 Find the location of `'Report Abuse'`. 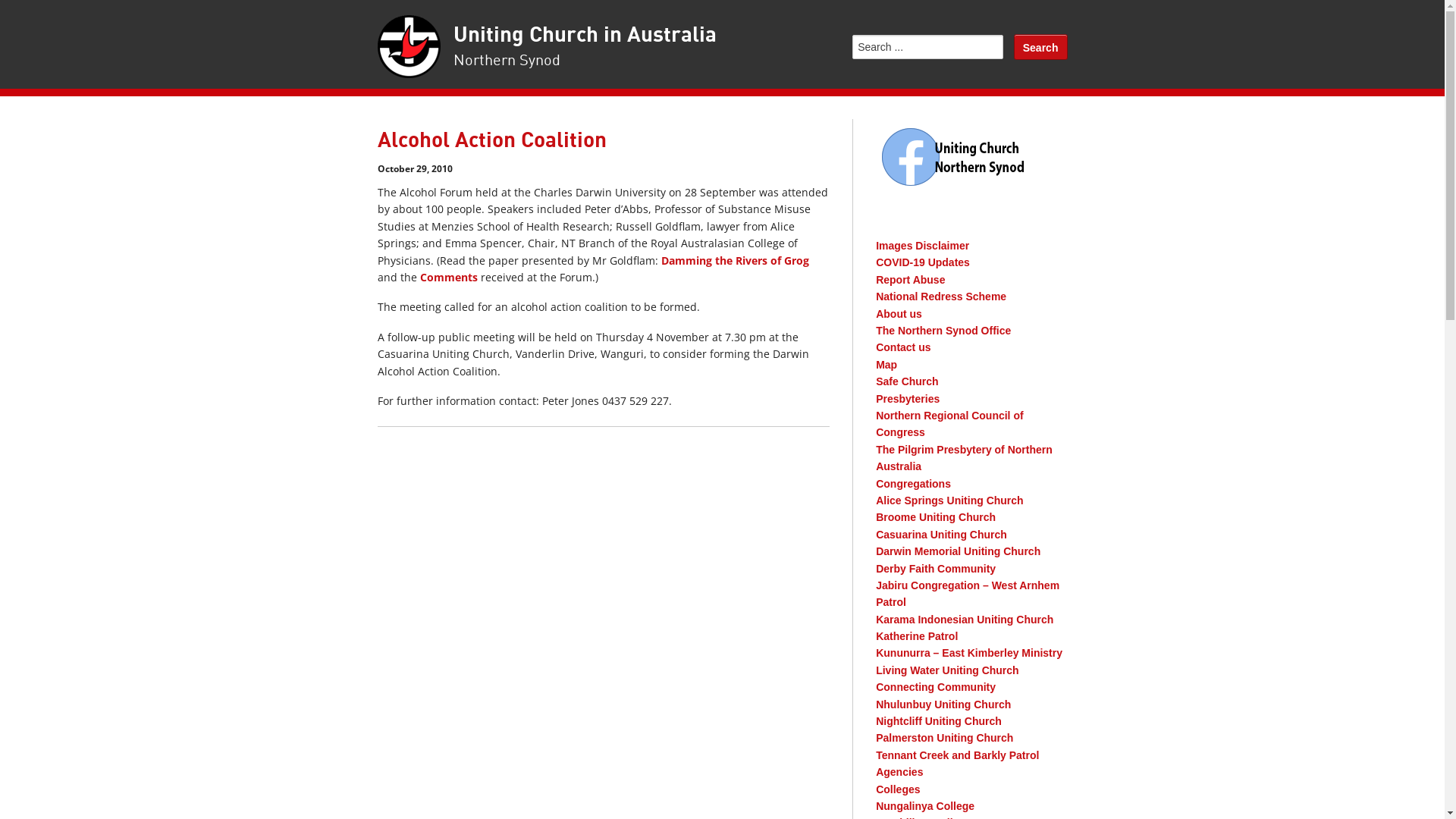

'Report Abuse' is located at coordinates (910, 280).